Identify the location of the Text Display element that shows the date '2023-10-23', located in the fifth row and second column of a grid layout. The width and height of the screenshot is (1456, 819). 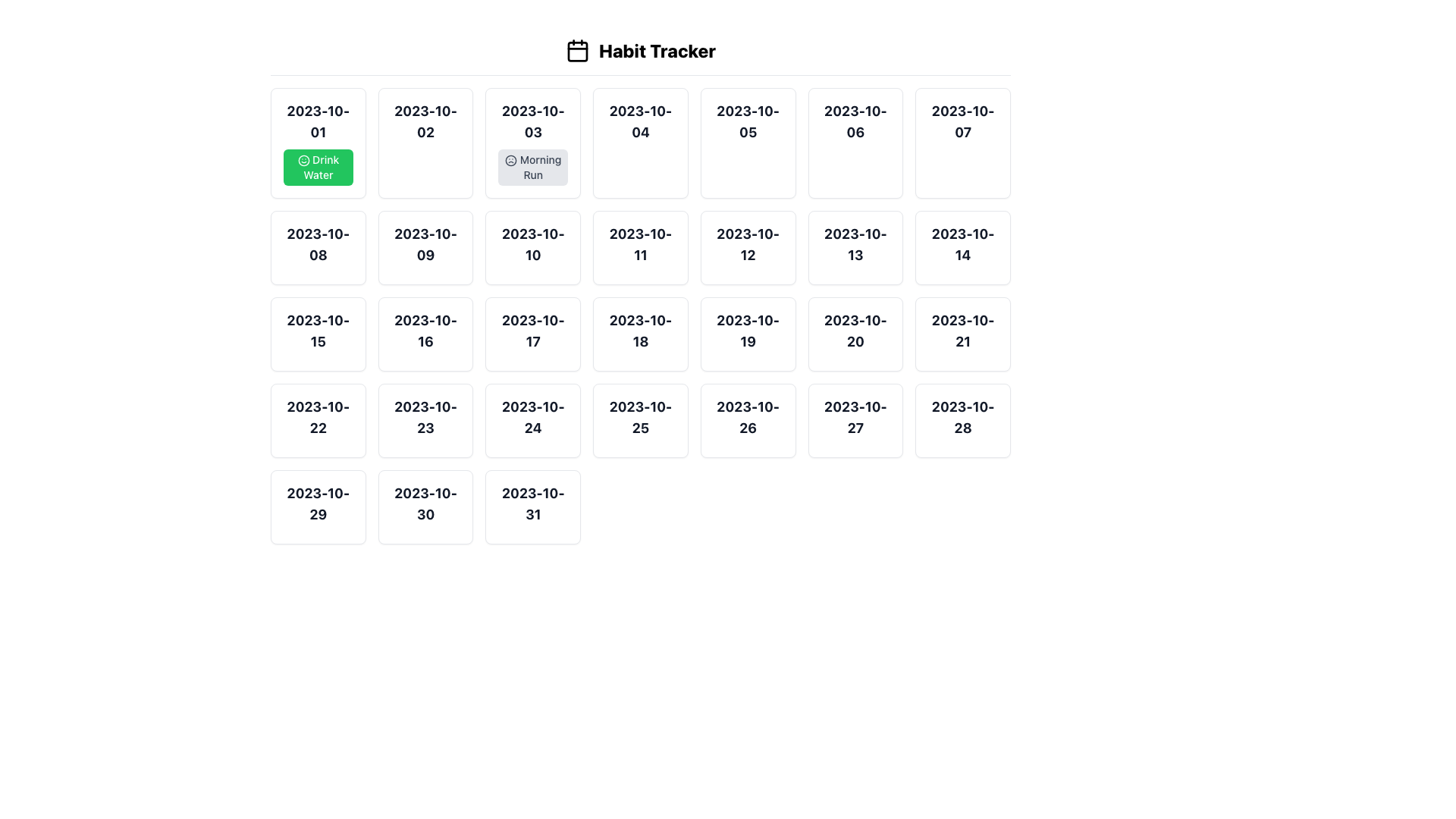
(425, 418).